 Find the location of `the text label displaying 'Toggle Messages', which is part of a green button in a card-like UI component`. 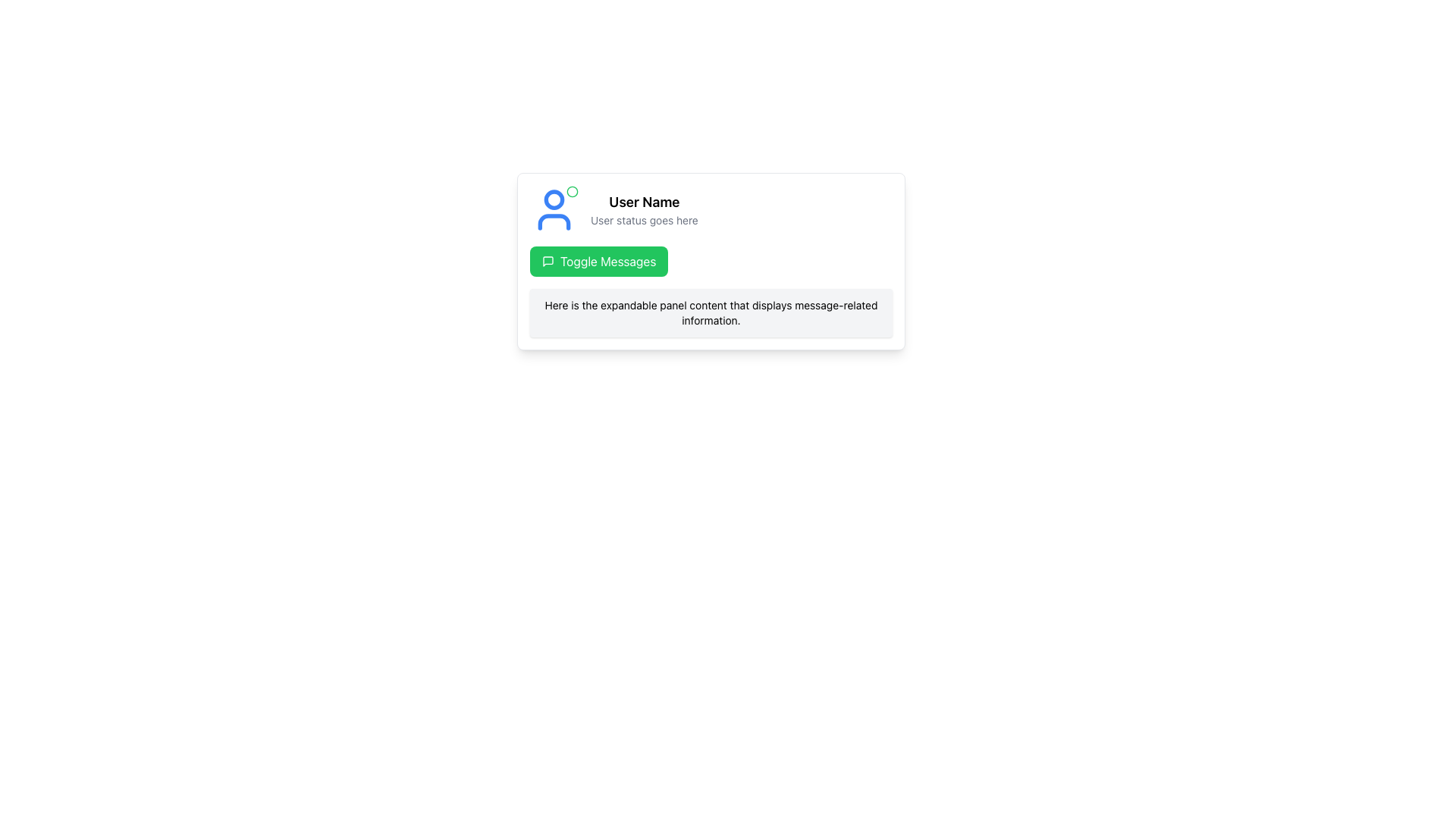

the text label displaying 'Toggle Messages', which is part of a green button in a card-like UI component is located at coordinates (608, 260).